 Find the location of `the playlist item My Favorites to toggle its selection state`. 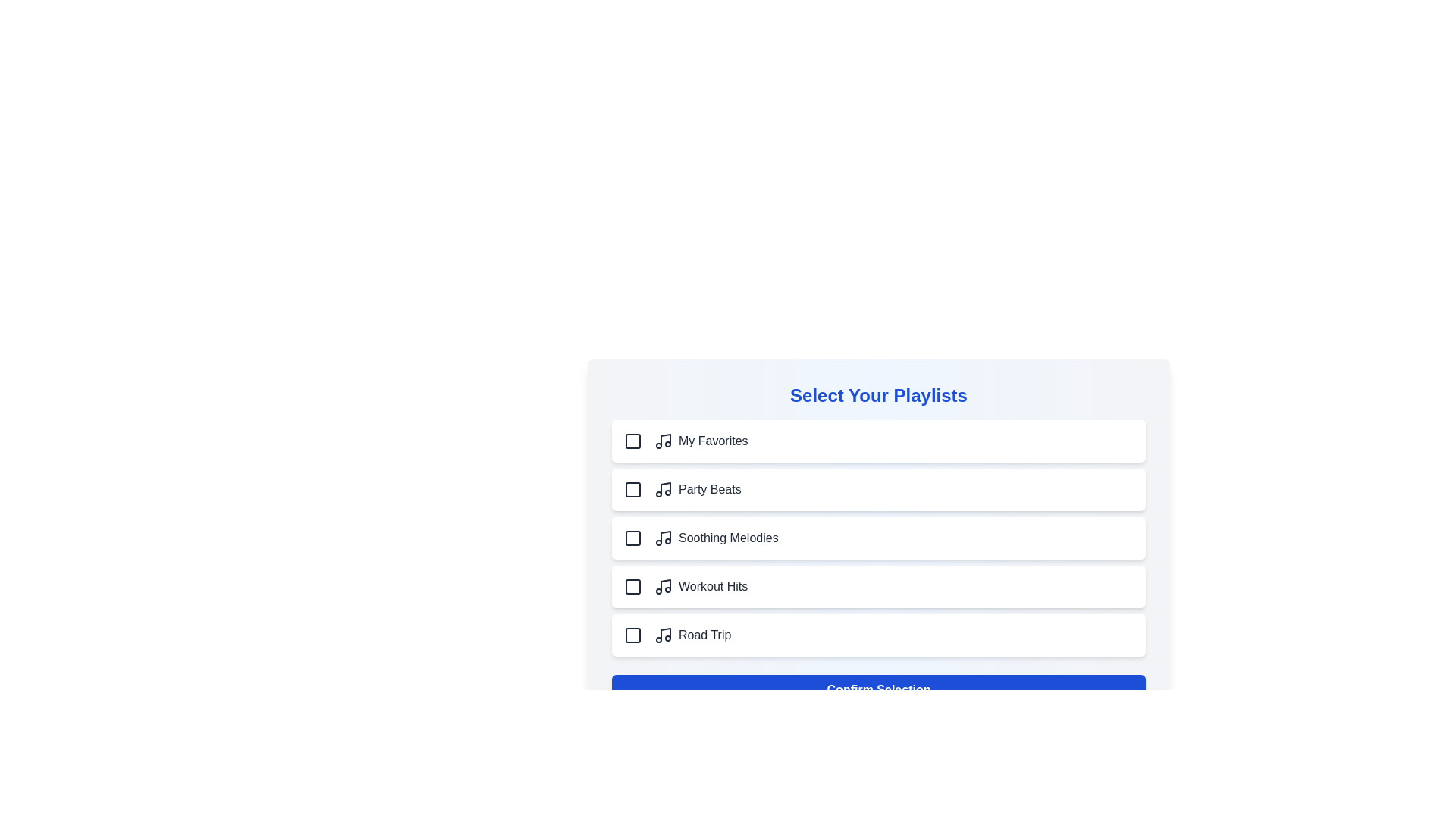

the playlist item My Favorites to toggle its selection state is located at coordinates (878, 441).